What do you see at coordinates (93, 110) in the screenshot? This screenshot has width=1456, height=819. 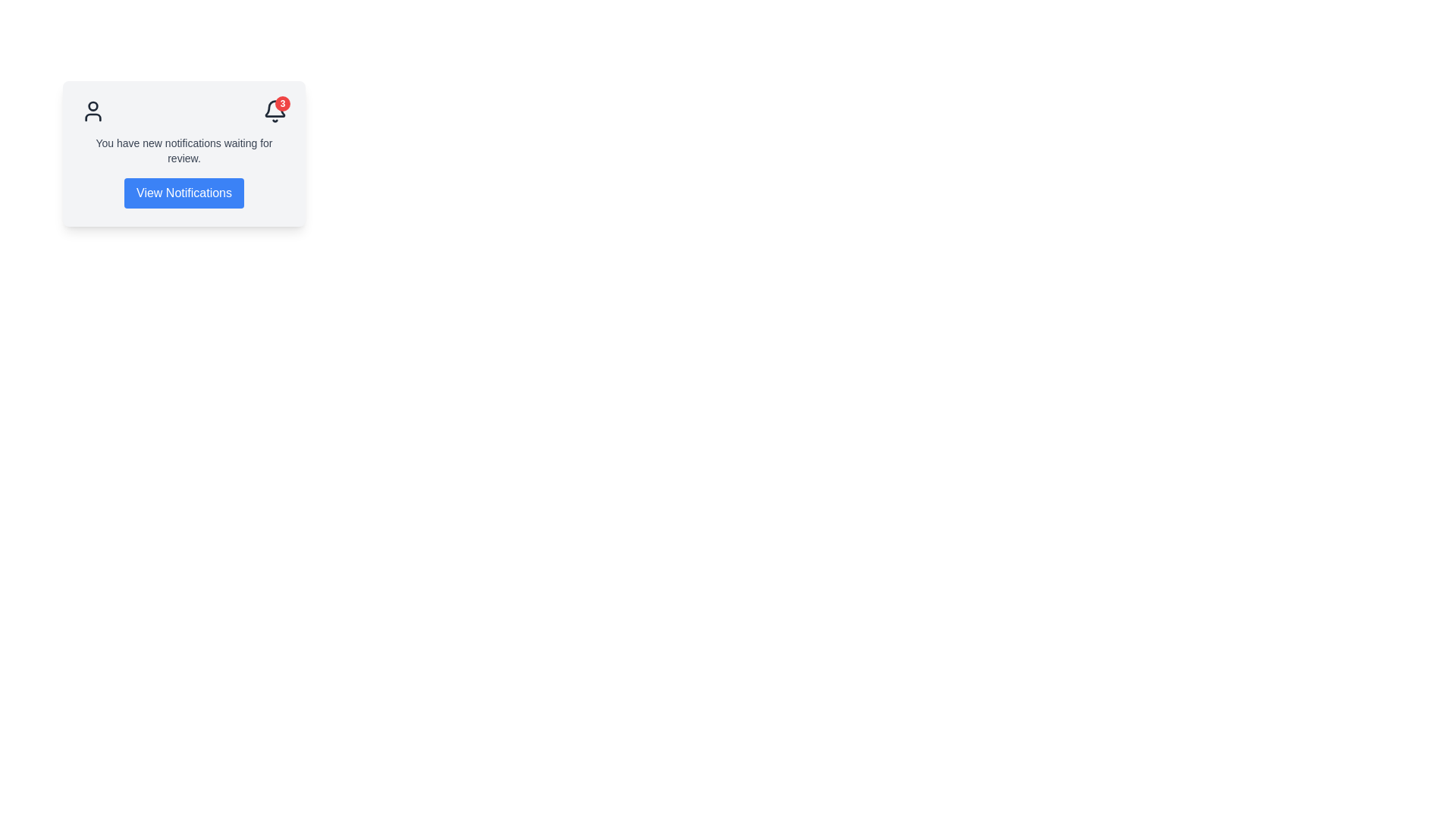 I see `the SVG icon representing a user located in the top left portion of a notification card, which aligns horizontally with another icon and is above the main notification text` at bounding box center [93, 110].